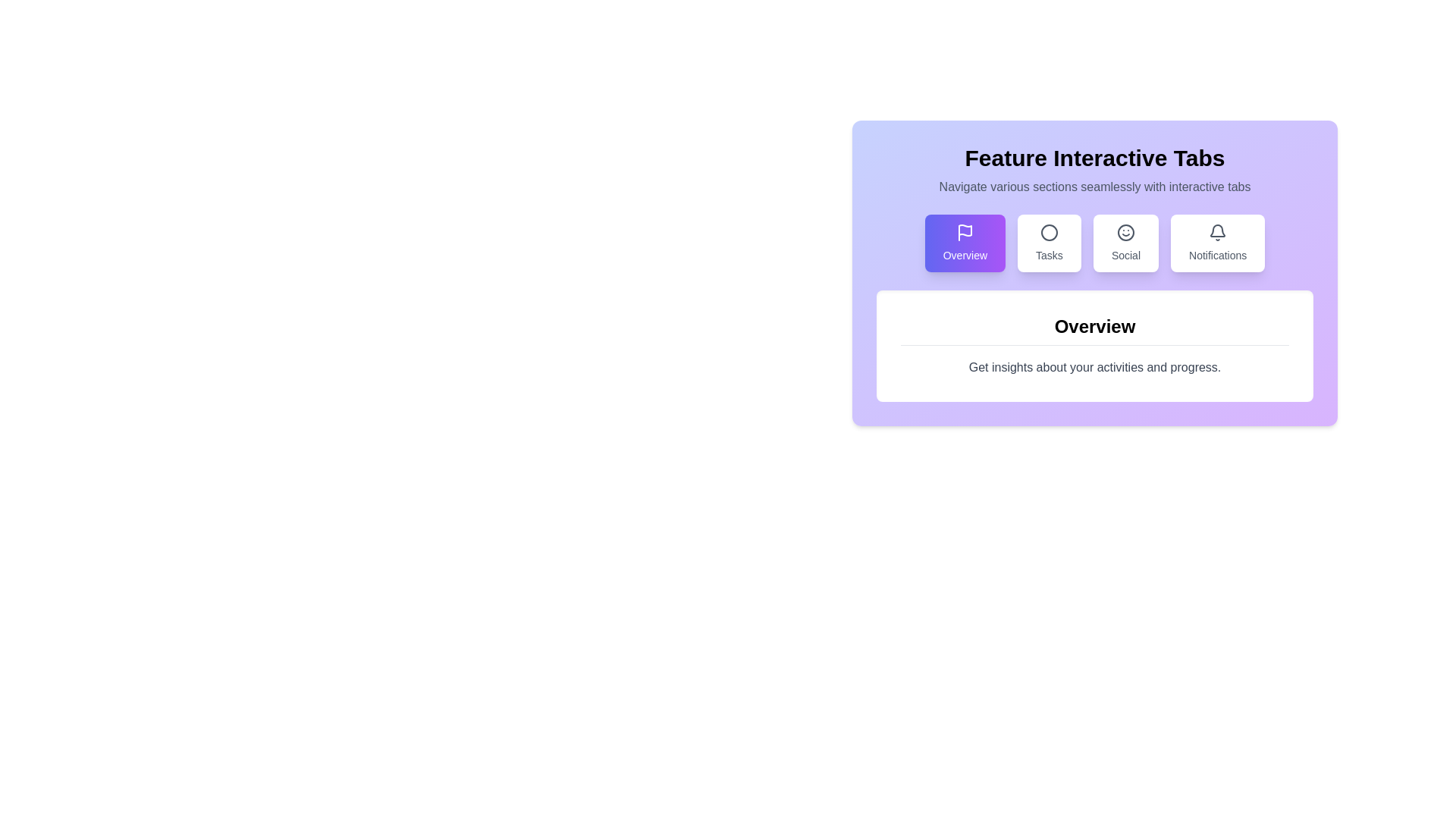 The width and height of the screenshot is (1456, 819). Describe the element at coordinates (1218, 254) in the screenshot. I see `text label displaying 'Notifications' located directly beneath the bell icon in the fourth tab of the top navigation panel` at that location.